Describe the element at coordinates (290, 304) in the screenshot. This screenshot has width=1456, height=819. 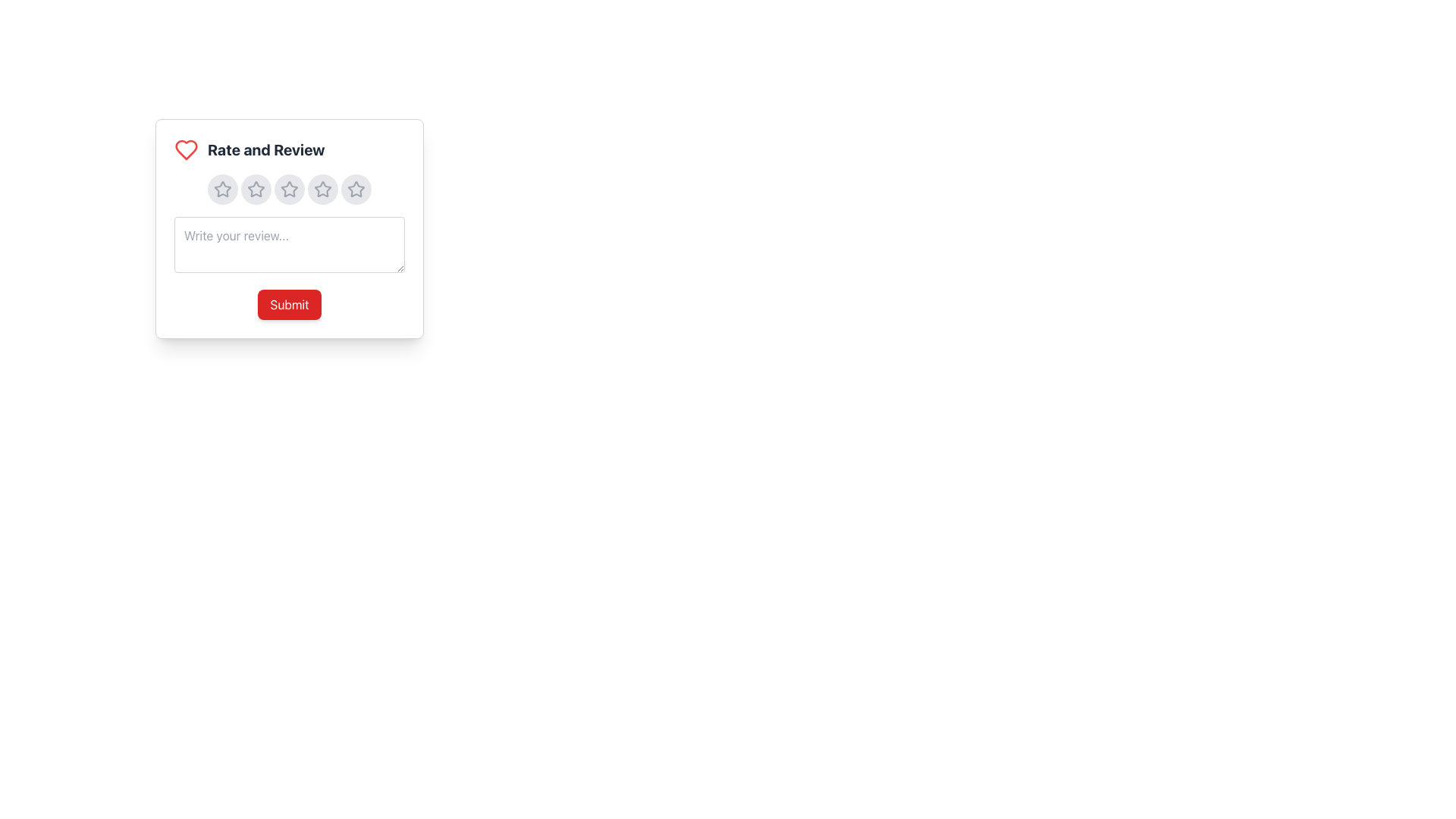
I see `the submission button located at the bottom of the card-like structure` at that location.